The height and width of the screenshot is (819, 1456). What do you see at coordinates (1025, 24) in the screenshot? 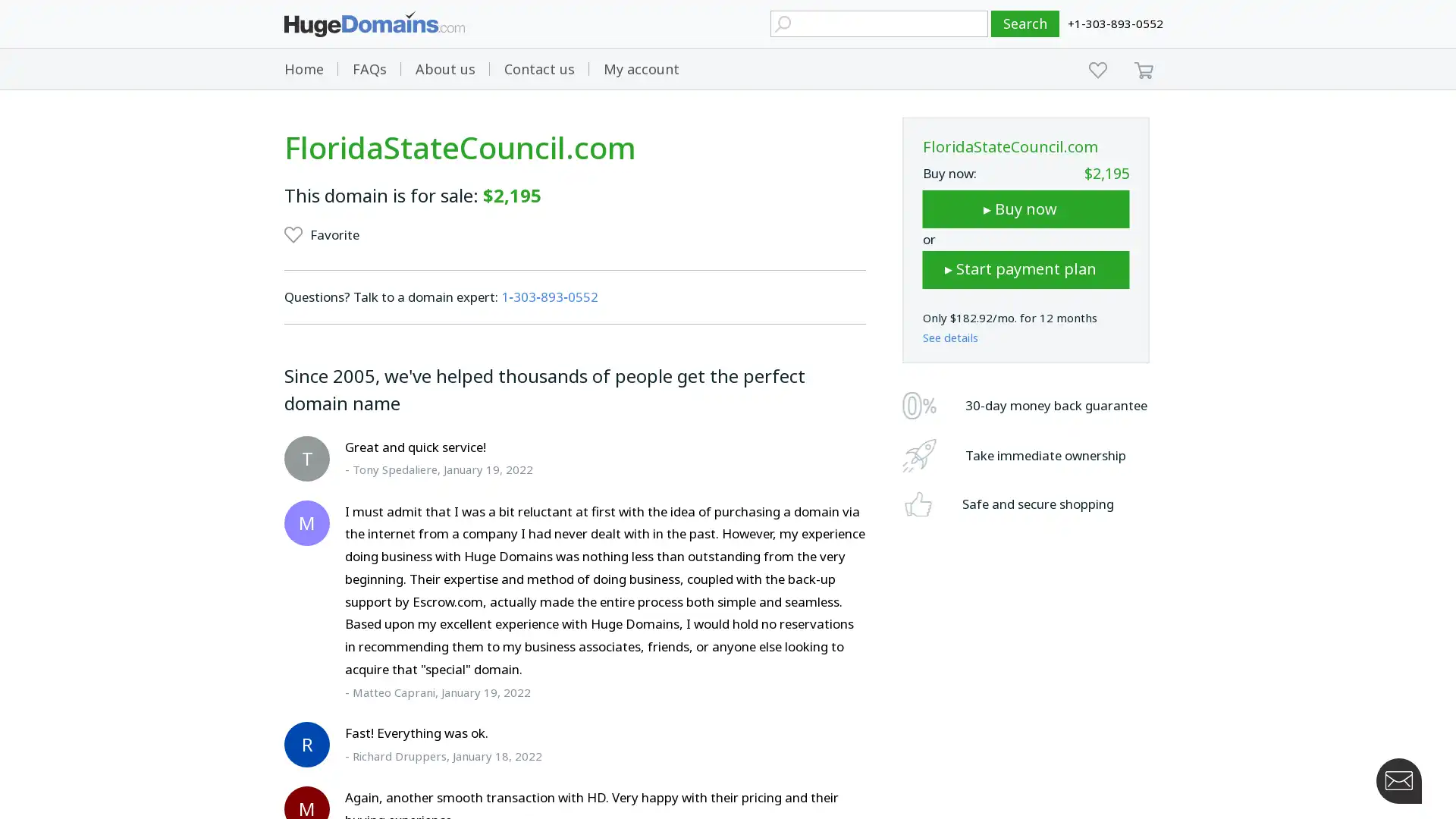
I see `Search` at bounding box center [1025, 24].